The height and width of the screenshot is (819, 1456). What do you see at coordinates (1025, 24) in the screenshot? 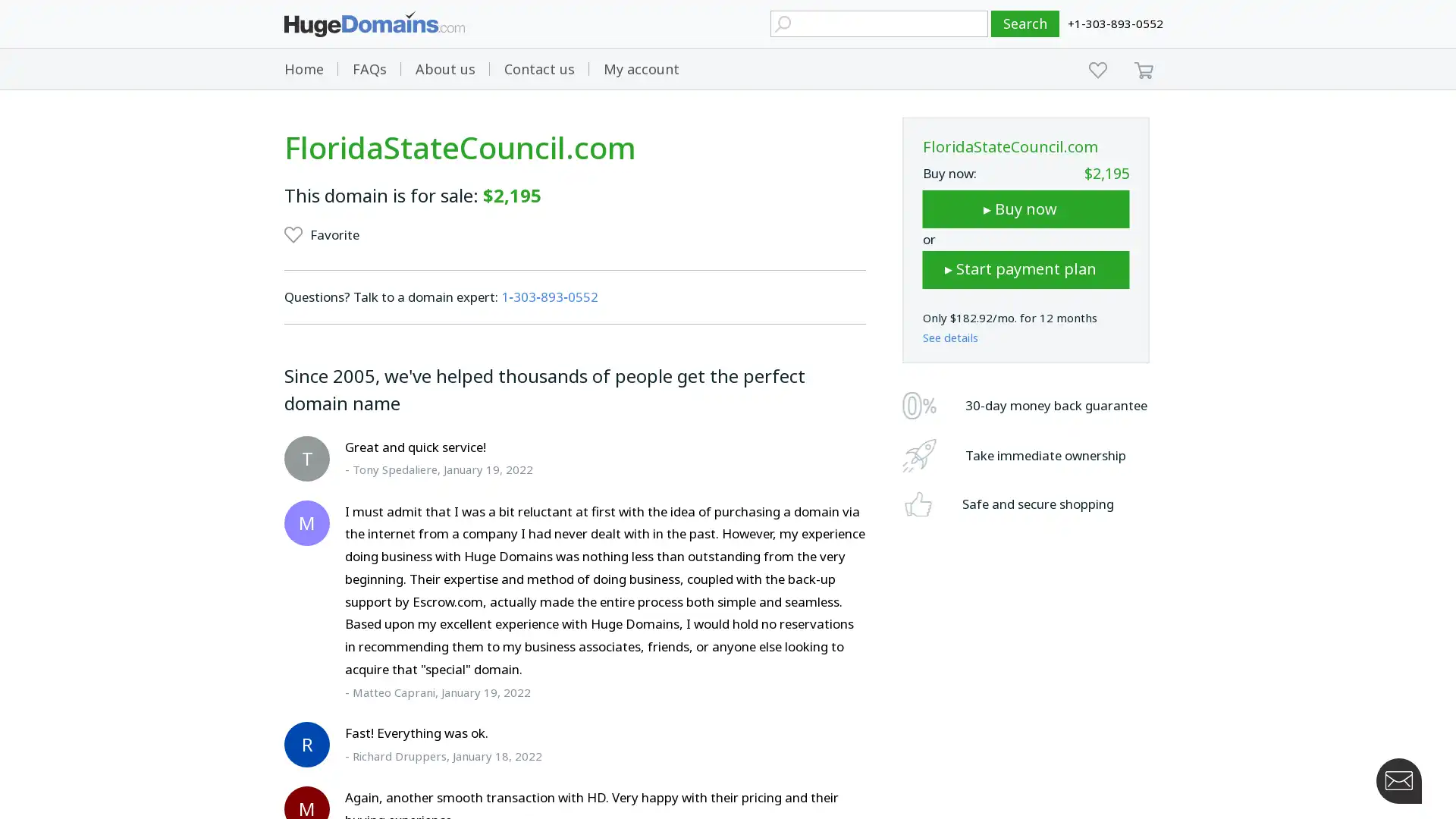
I see `Search` at bounding box center [1025, 24].